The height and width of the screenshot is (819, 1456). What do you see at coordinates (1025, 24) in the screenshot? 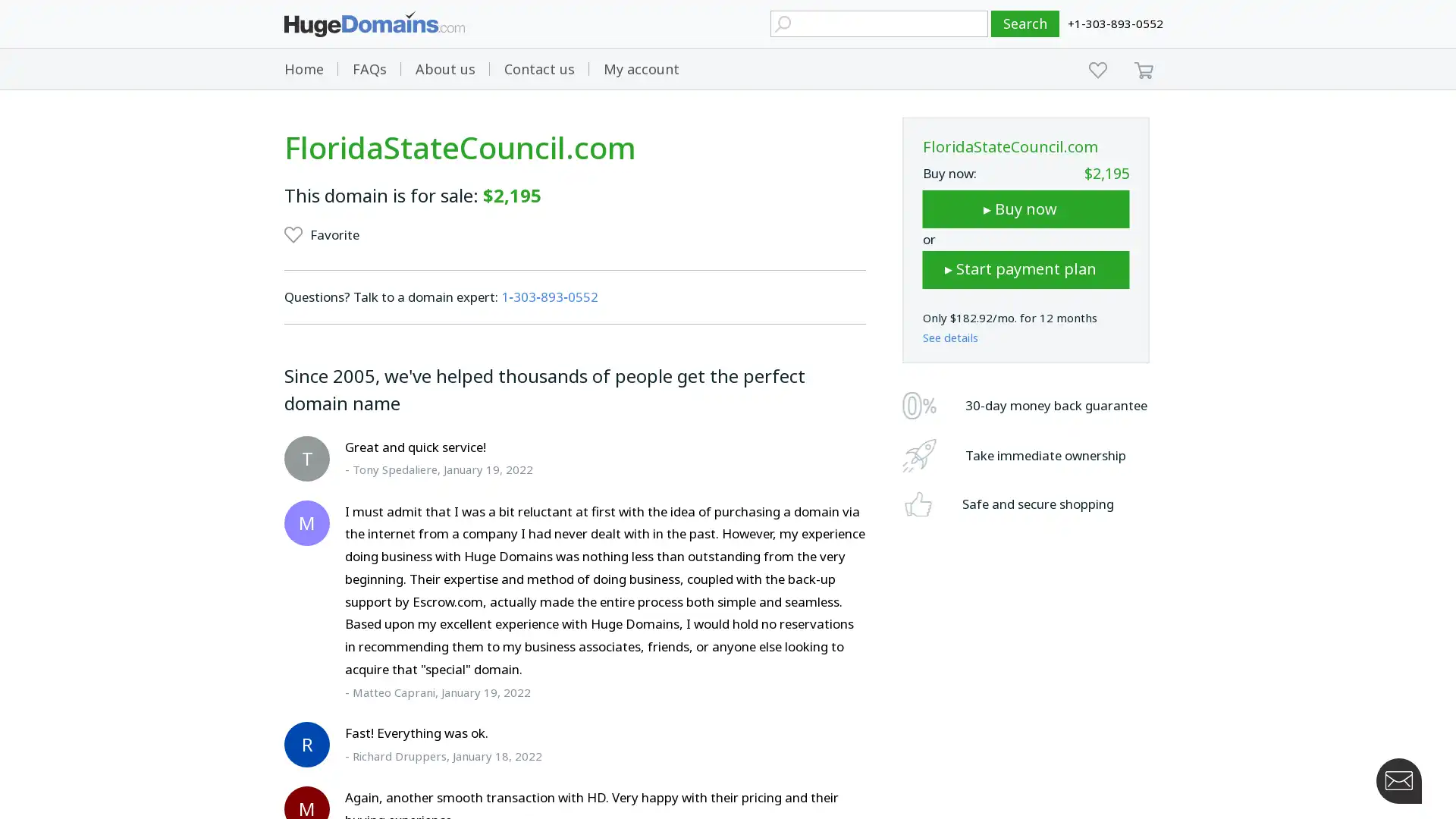
I see `Search` at bounding box center [1025, 24].